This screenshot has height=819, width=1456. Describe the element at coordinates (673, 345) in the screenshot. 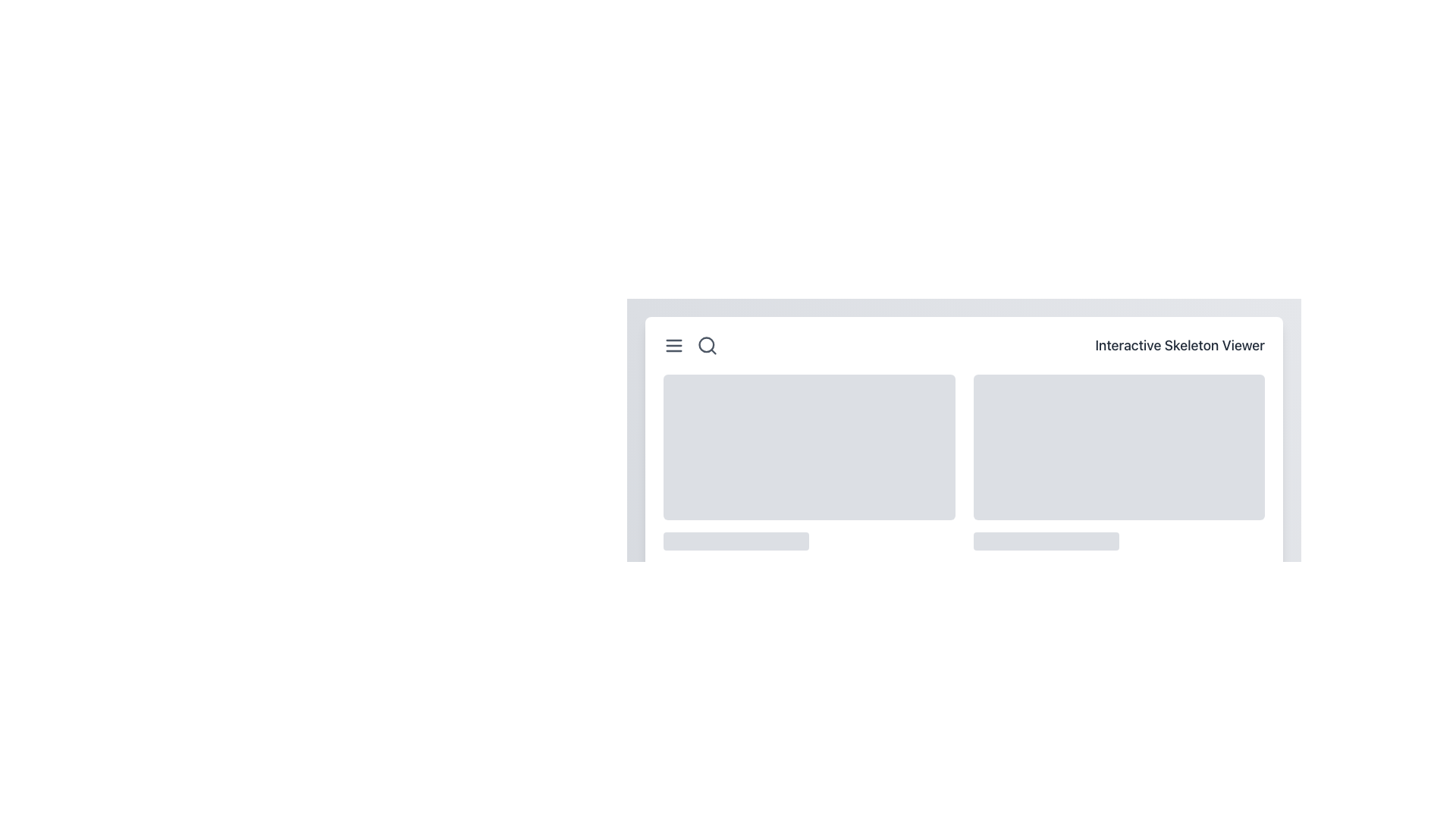

I see `the toggle menu icon located at the top-left corner of the interface` at that location.